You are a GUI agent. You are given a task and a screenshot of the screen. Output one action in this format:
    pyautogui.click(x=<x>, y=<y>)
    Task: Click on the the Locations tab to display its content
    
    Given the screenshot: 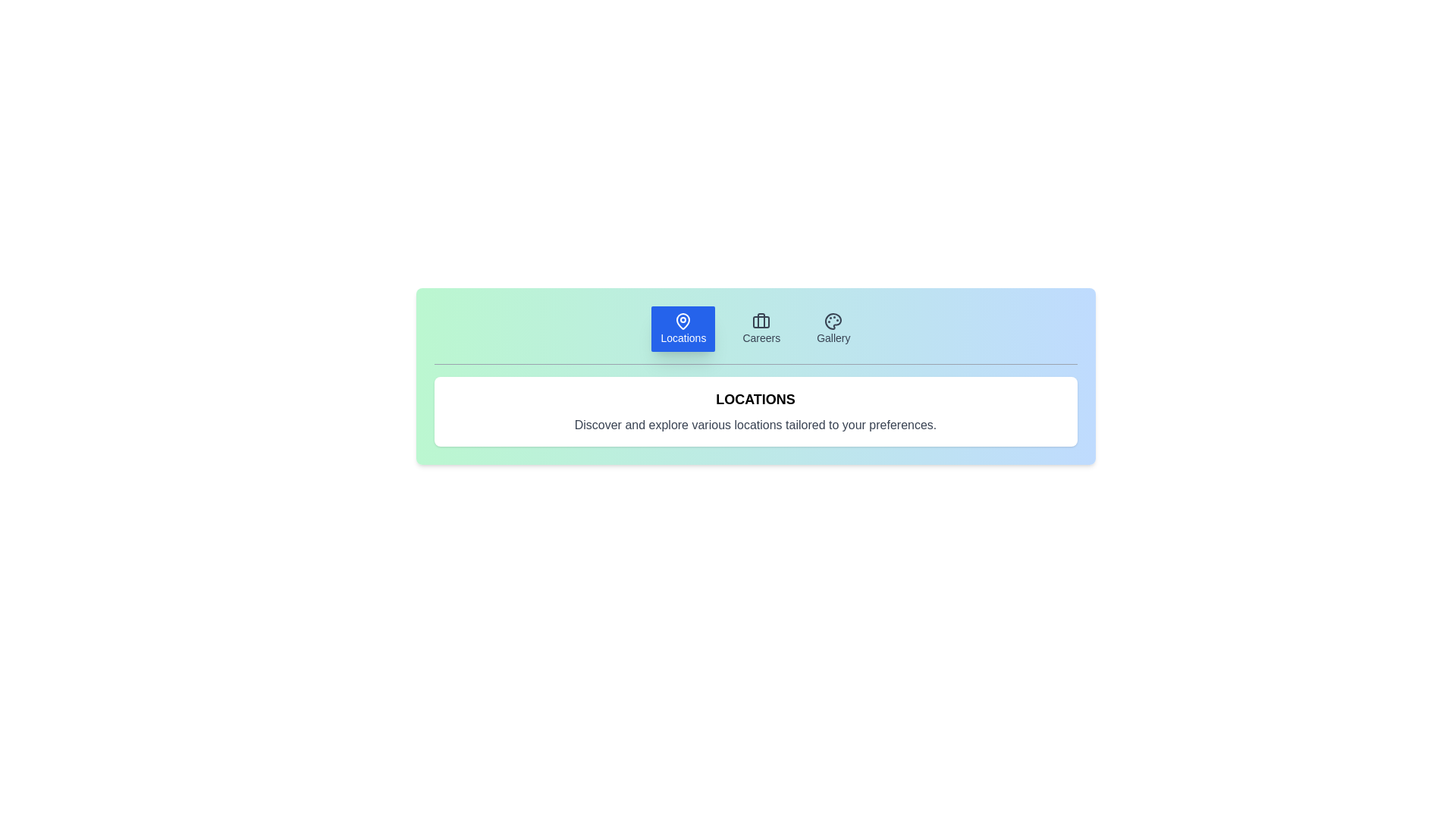 What is the action you would take?
    pyautogui.click(x=682, y=328)
    